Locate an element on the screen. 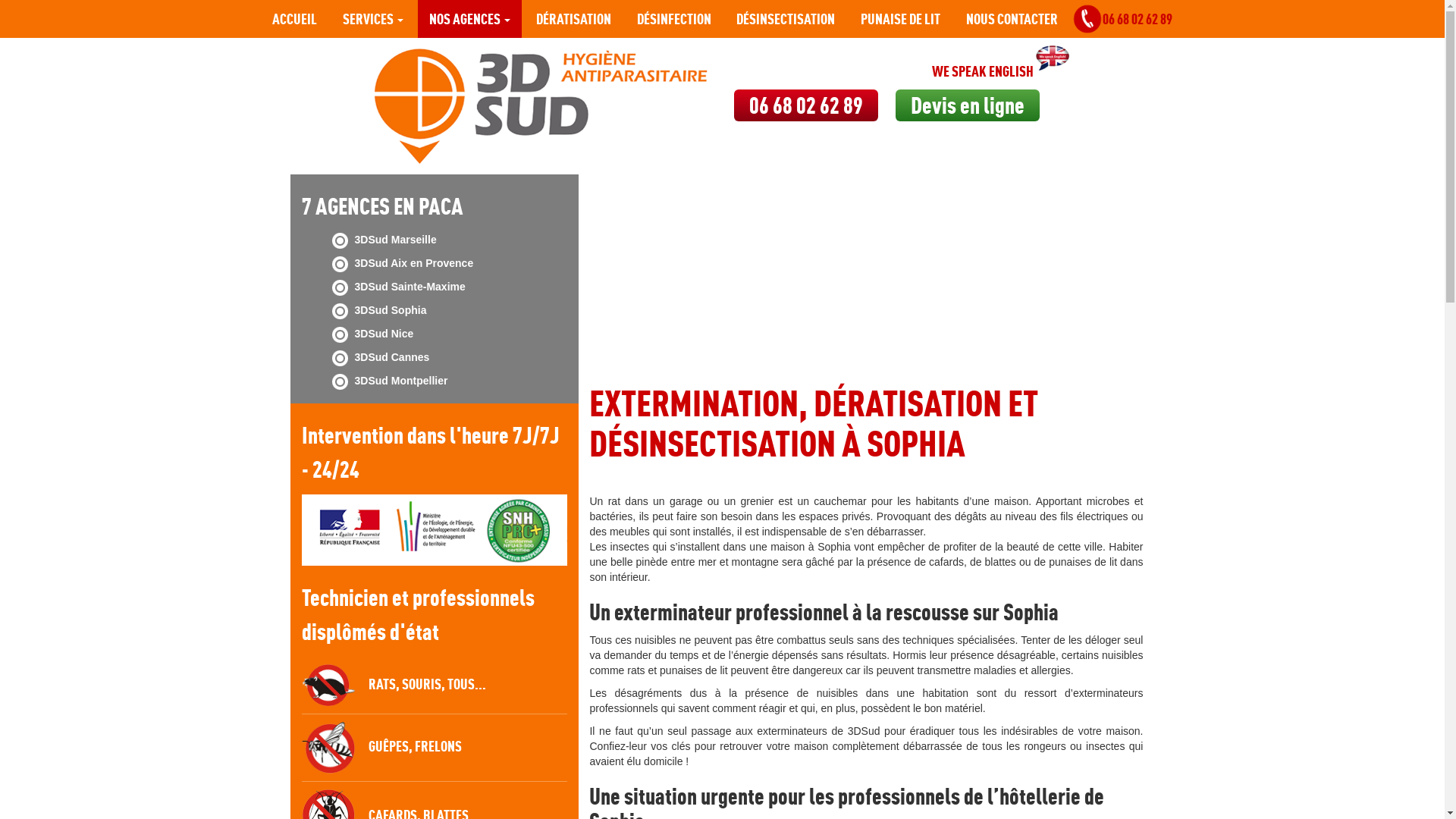  '06 68 02 62 89' is located at coordinates (805, 105).